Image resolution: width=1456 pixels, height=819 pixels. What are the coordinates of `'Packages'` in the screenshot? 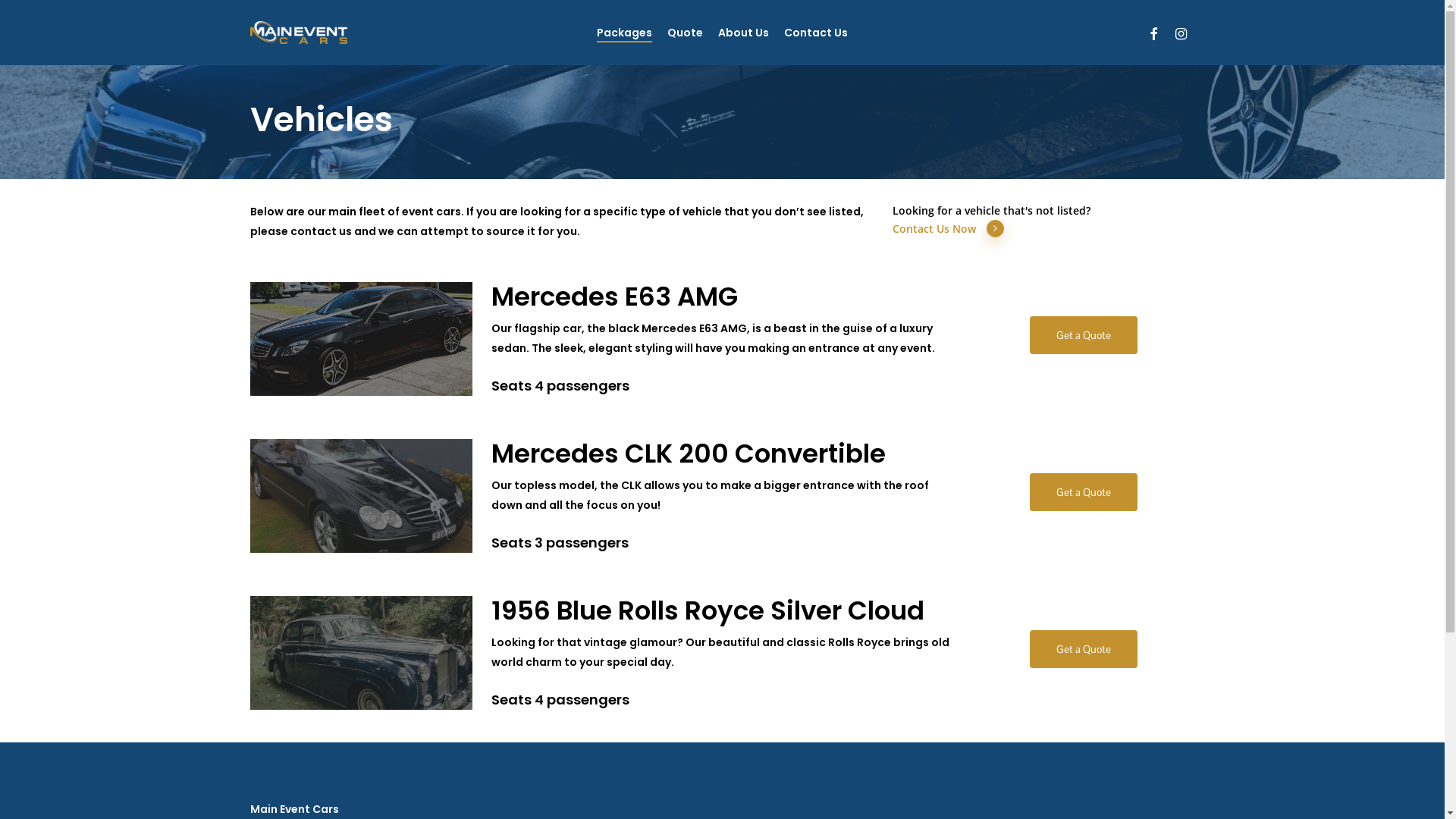 It's located at (624, 32).